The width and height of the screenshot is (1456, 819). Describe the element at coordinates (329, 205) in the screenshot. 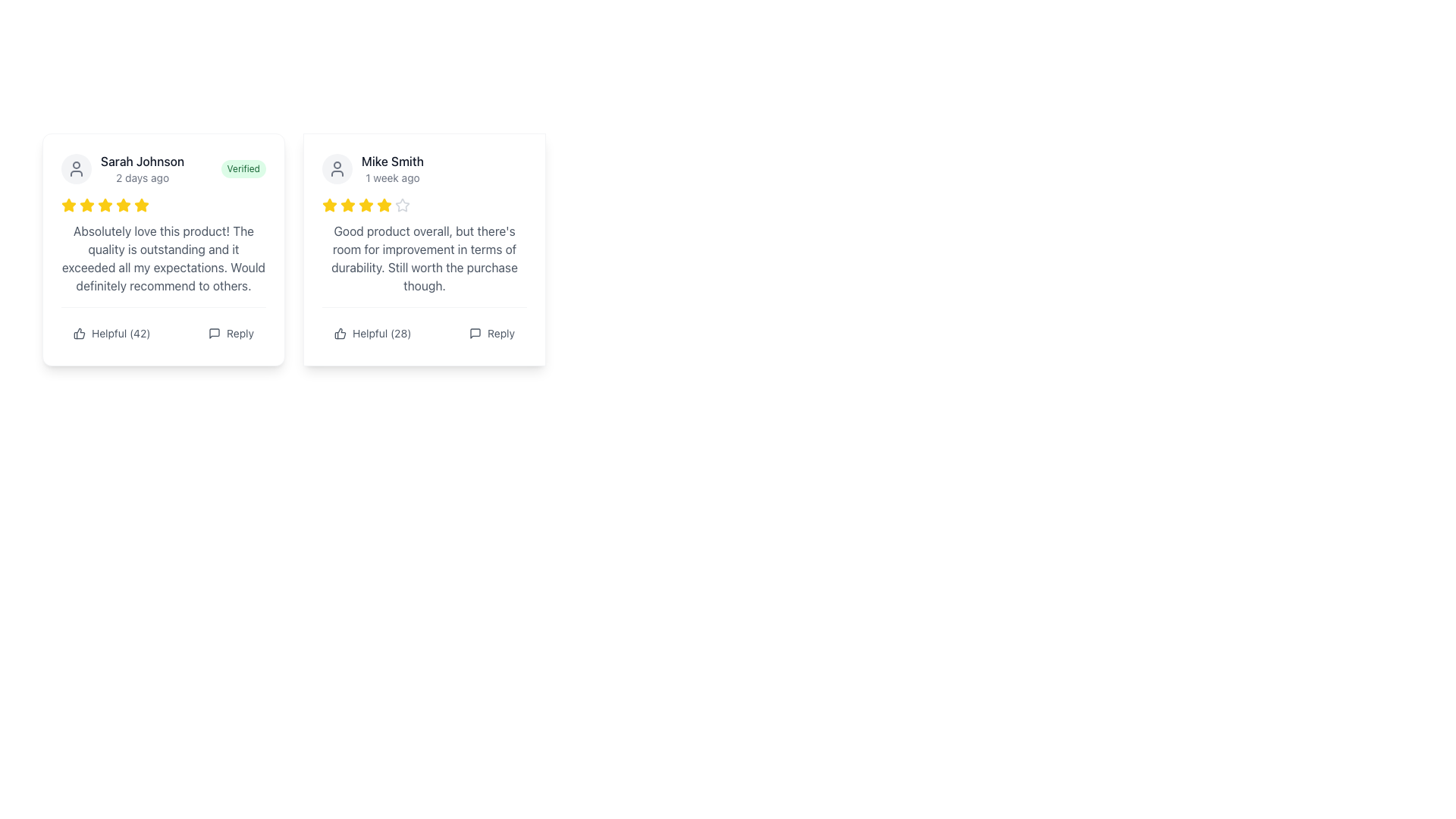

I see `the star-shaped icon filled with yellow and outlined with a yellow border, which represents a rating mechanism located under the name 'Mike Smith' in the first position of the five stars` at that location.